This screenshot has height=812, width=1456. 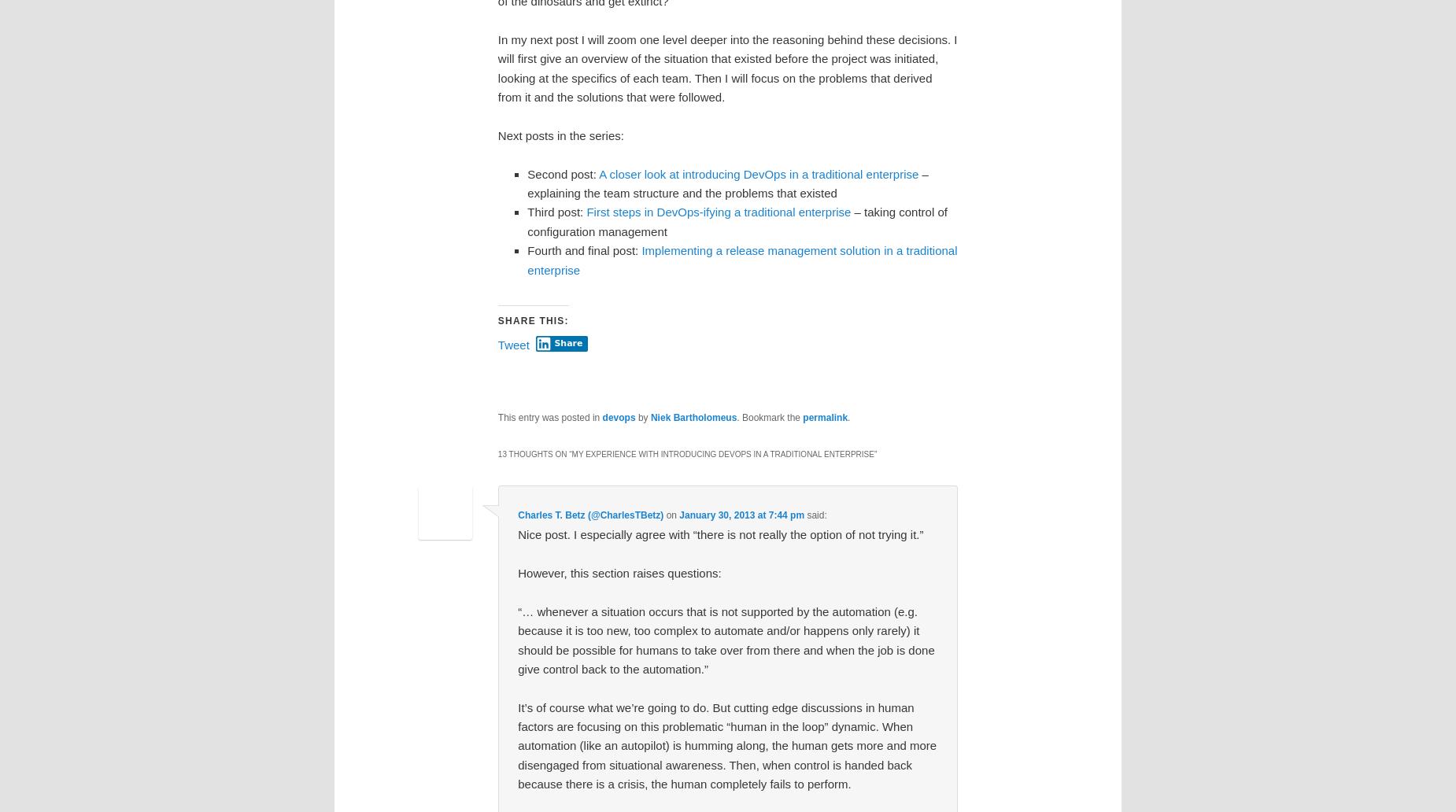 I want to click on 'Implementing a release management solution in a traditional enterprise', so click(x=741, y=260).